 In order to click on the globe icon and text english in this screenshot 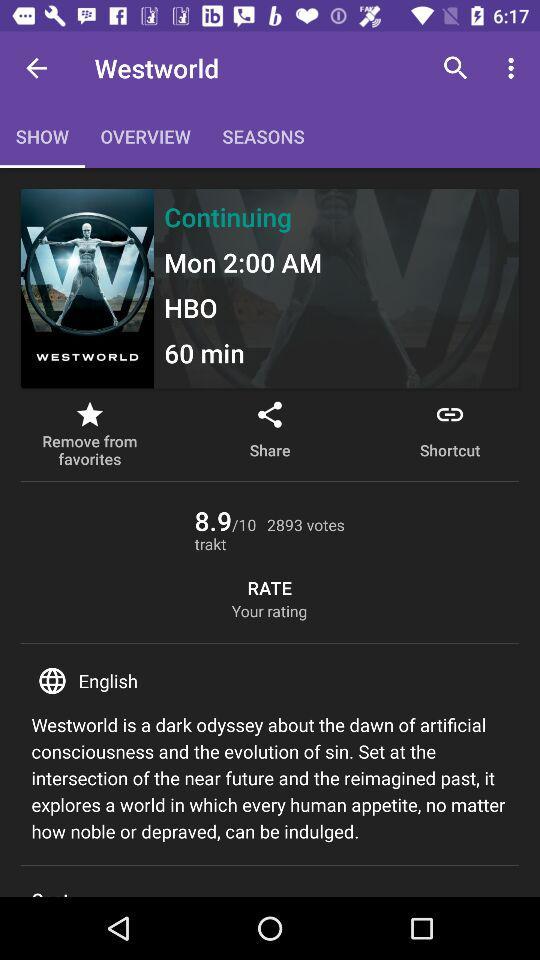, I will do `click(270, 681)`.